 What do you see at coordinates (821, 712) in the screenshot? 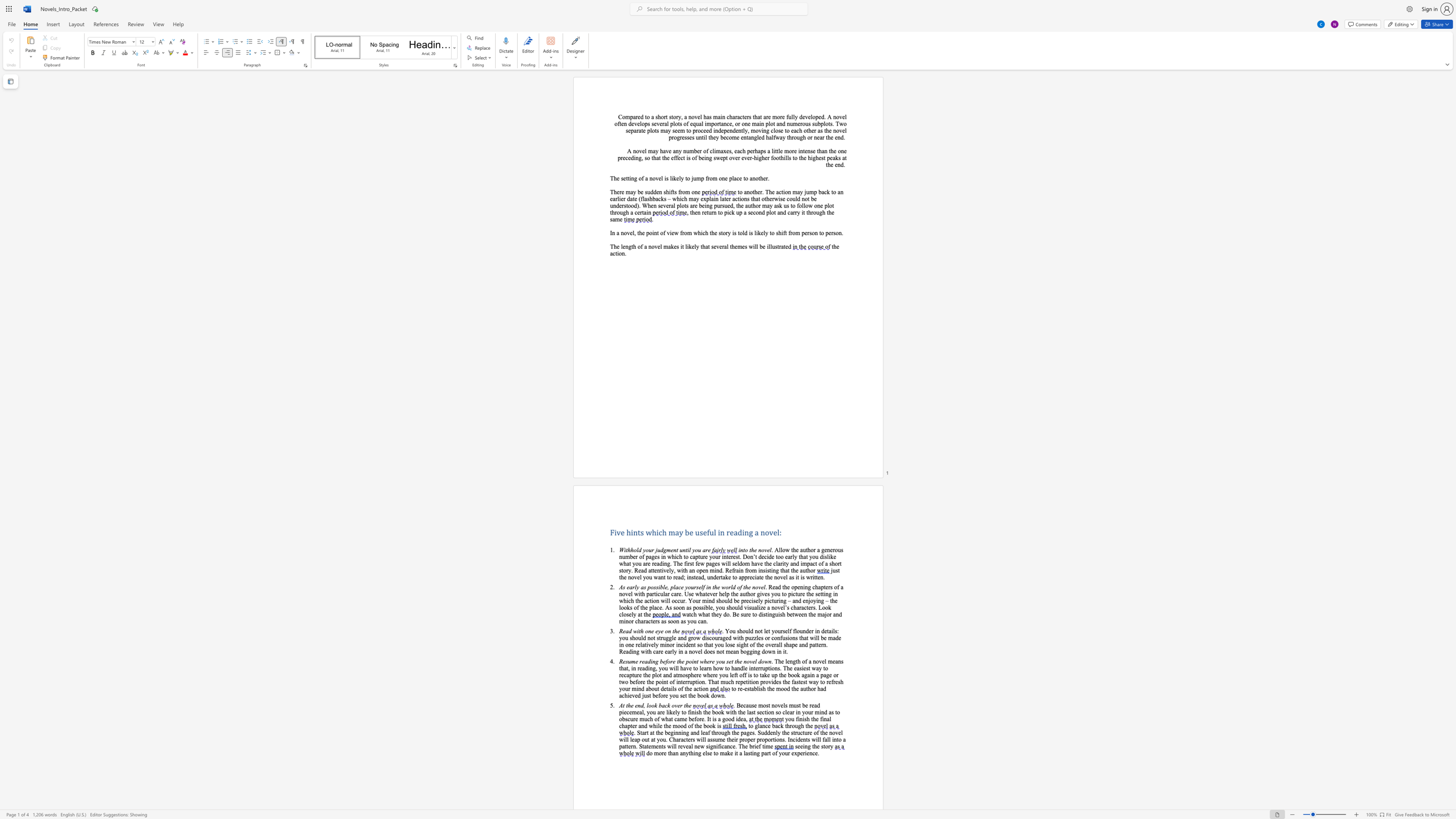
I see `the subset text "nd as to obscure much of what" within the text "Because most novels must be read piecemeal, you are likely to finish the book with the last section so clear in your mind as to obscure much of what came before. It is"` at bounding box center [821, 712].